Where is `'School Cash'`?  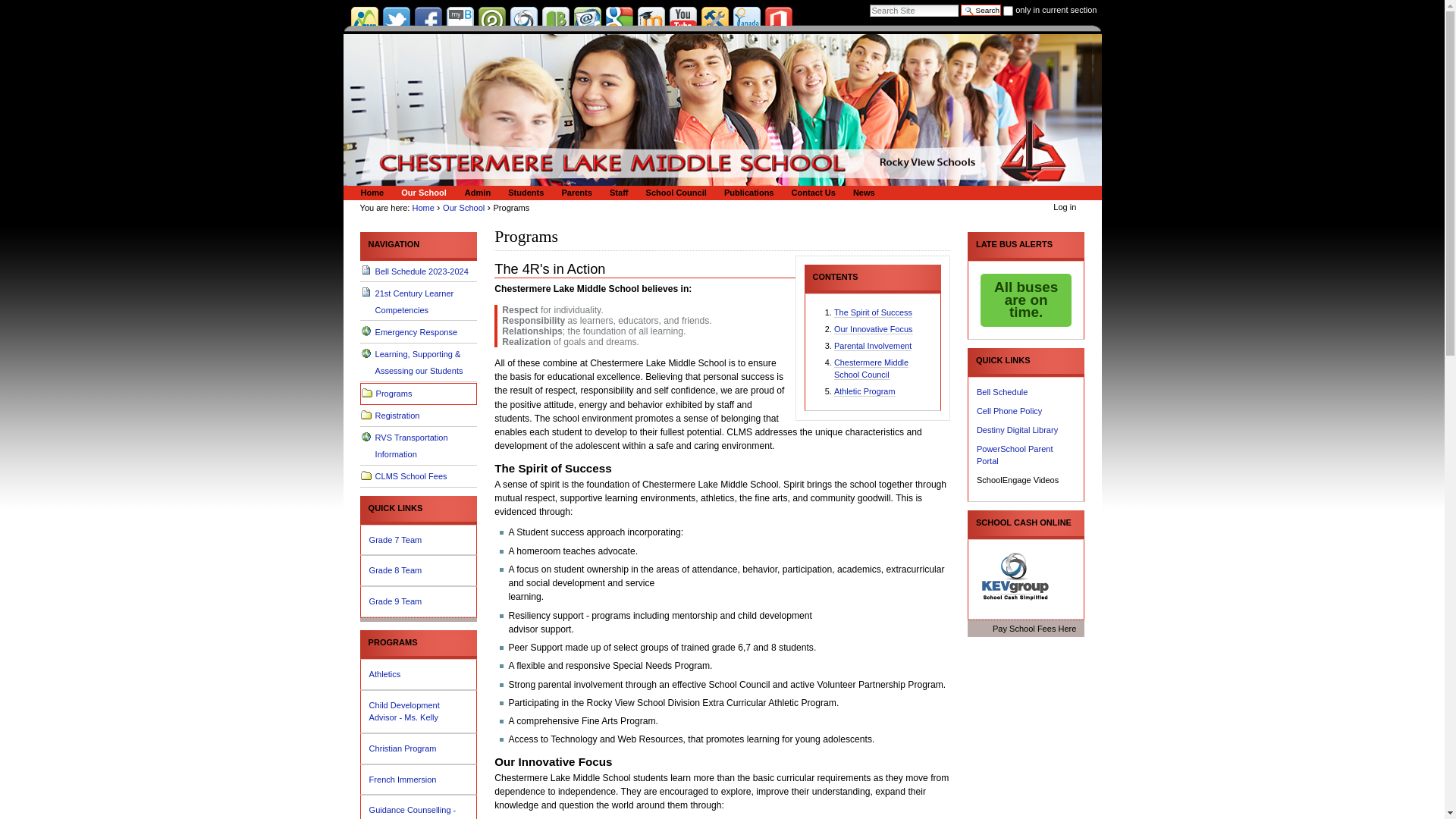 'School Cash' is located at coordinates (1015, 576).